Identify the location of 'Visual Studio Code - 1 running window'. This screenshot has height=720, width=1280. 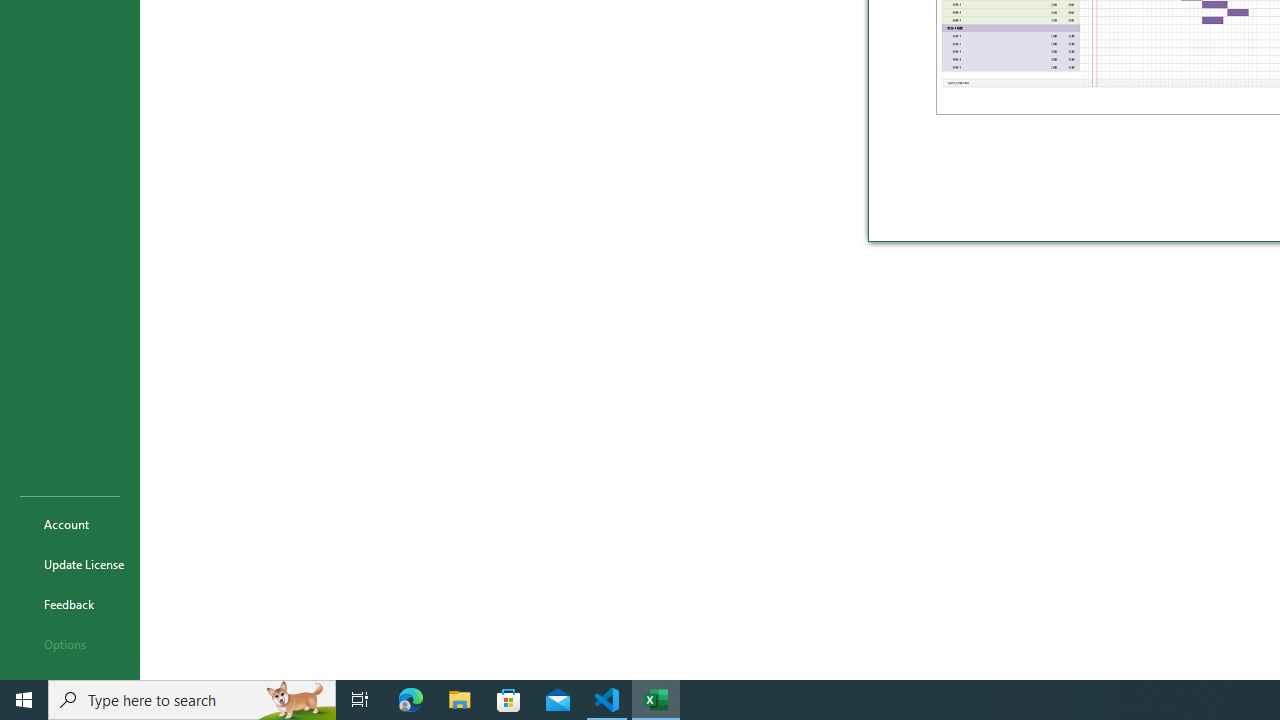
(606, 698).